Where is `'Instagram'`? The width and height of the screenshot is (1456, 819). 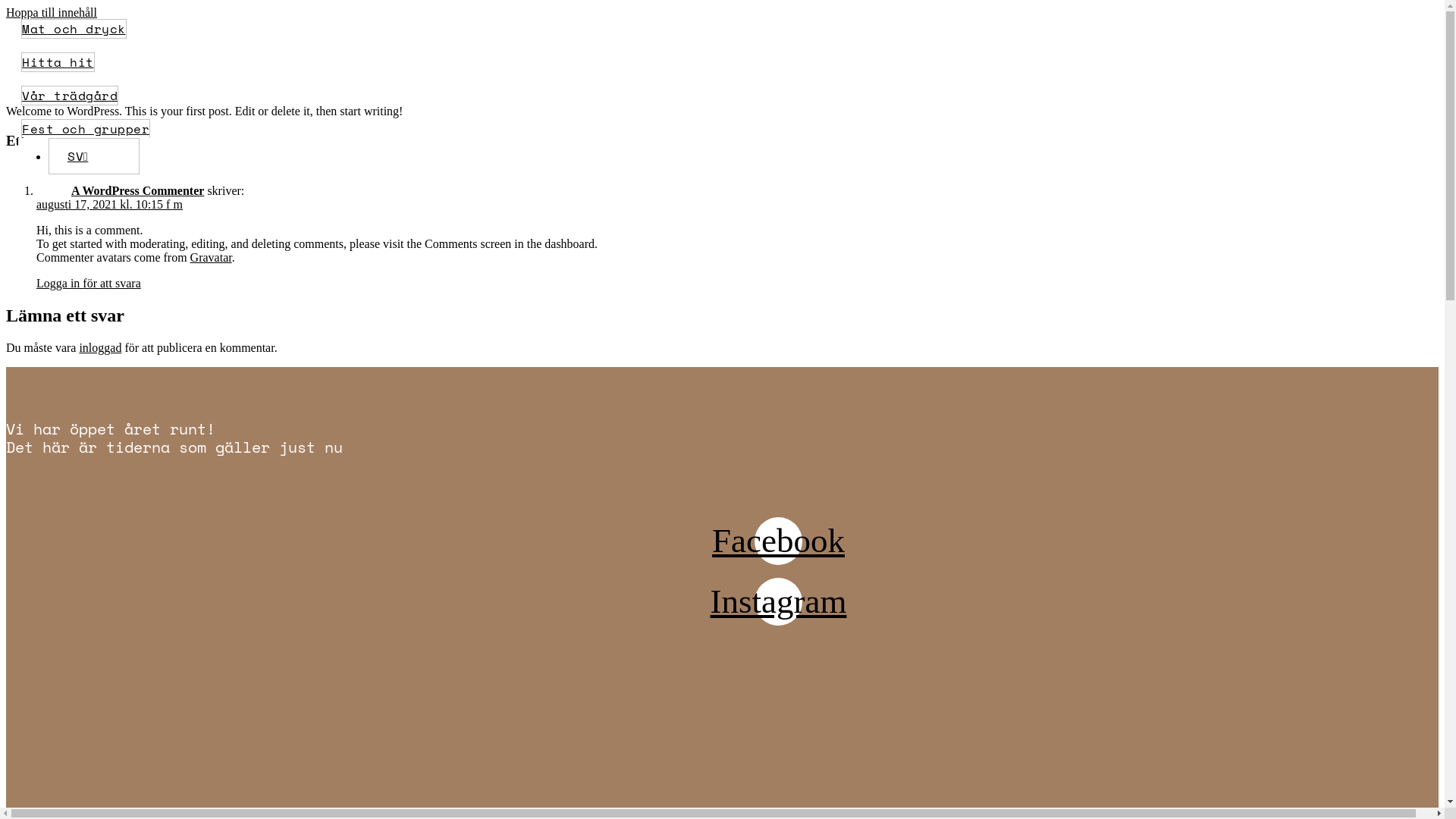 'Instagram' is located at coordinates (778, 601).